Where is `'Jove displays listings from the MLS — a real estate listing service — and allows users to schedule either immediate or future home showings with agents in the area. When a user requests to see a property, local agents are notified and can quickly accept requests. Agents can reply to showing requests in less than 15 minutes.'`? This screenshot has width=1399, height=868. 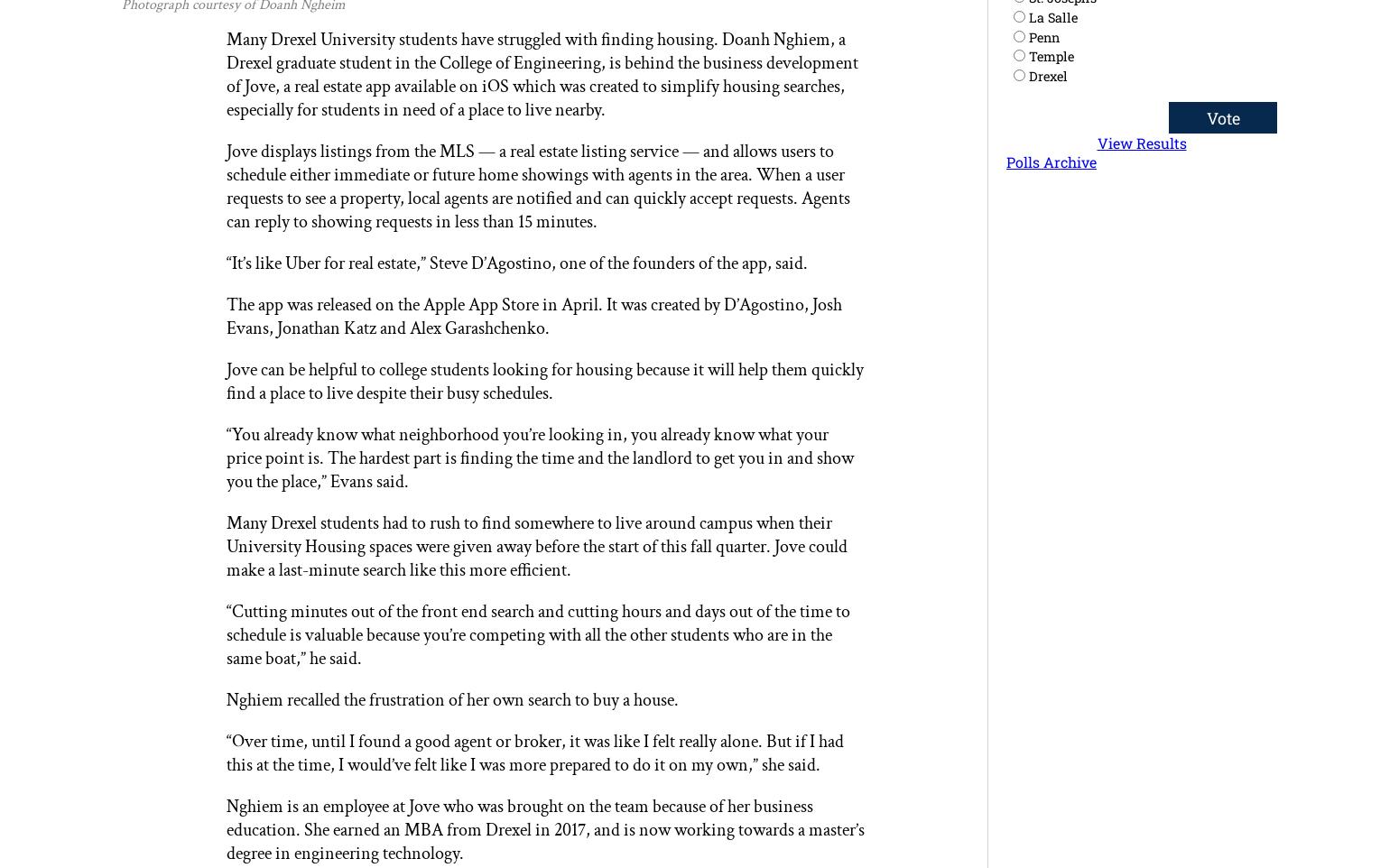
'Jove displays listings from the MLS — a real estate listing service — and allows users to schedule either immediate or future home showings with agents in the area. When a user requests to see a property, local agents are notified and can quickly accept requests. Agents can reply to showing requests in less than 15 minutes.' is located at coordinates (226, 186).